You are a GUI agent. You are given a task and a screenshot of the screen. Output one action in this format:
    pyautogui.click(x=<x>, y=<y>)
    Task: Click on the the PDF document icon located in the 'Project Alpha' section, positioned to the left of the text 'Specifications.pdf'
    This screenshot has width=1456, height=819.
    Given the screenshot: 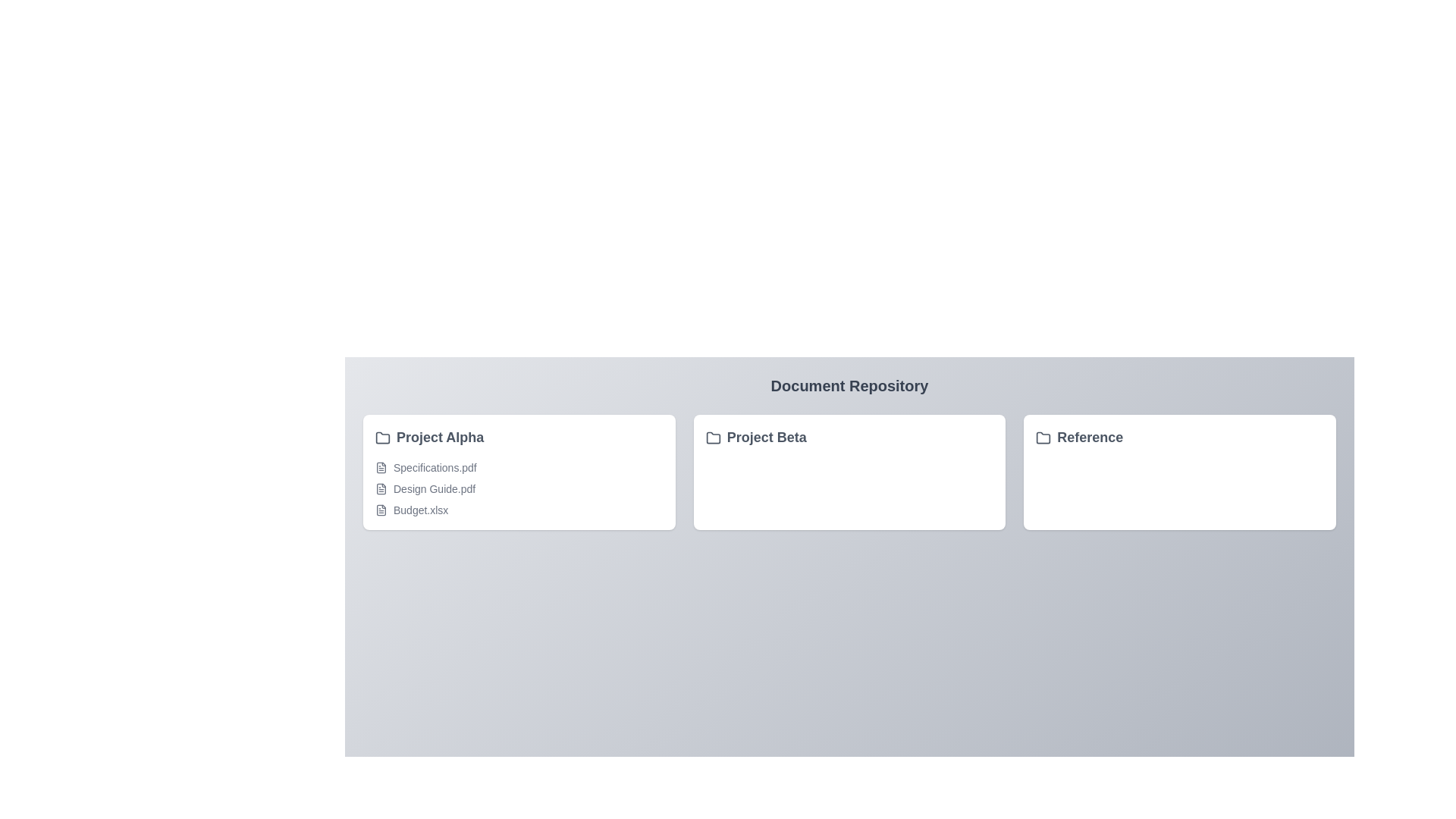 What is the action you would take?
    pyautogui.click(x=381, y=467)
    